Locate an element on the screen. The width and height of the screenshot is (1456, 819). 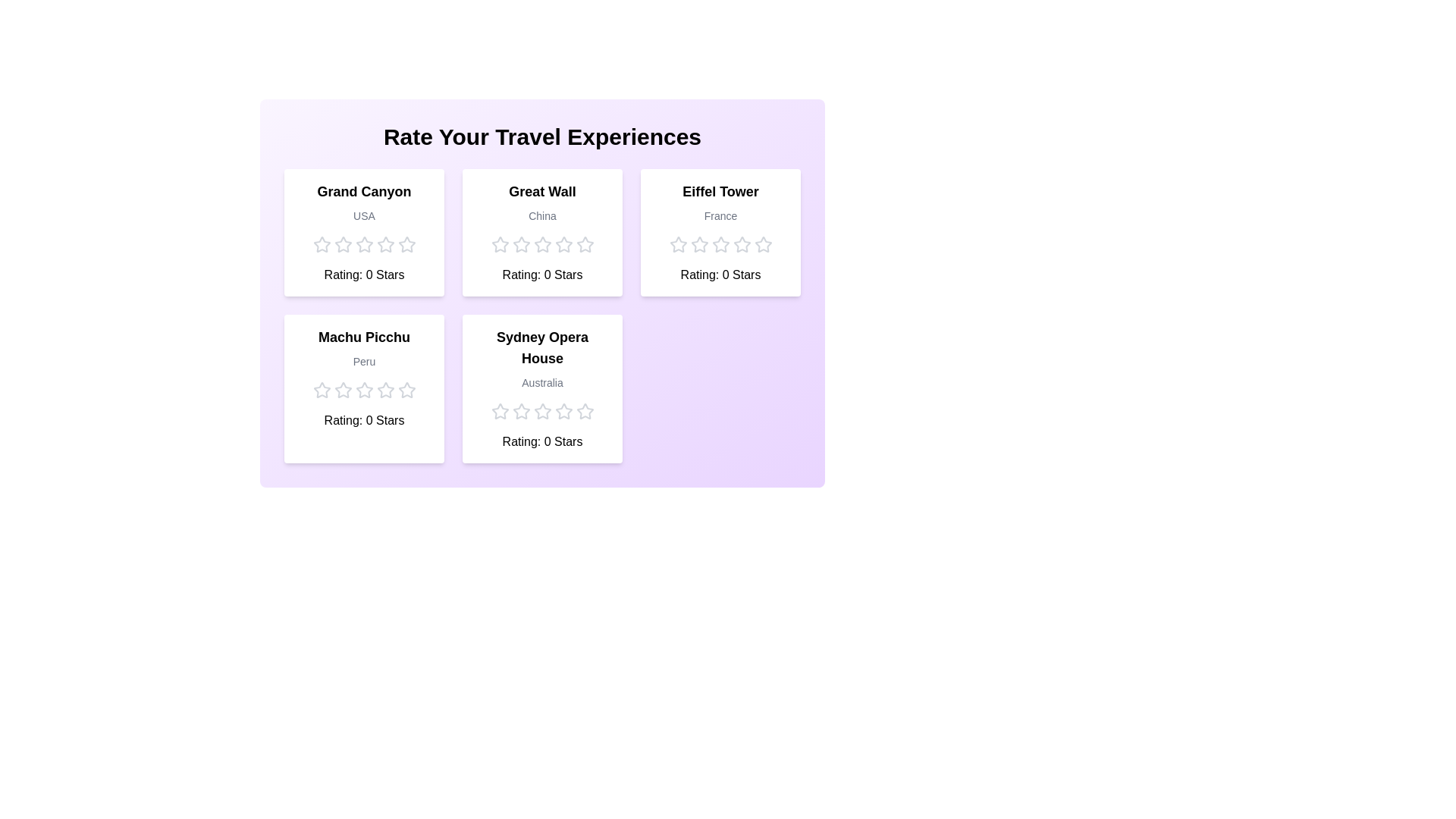
the star icon to visualize the rating for 5 stars is located at coordinates (406, 244).